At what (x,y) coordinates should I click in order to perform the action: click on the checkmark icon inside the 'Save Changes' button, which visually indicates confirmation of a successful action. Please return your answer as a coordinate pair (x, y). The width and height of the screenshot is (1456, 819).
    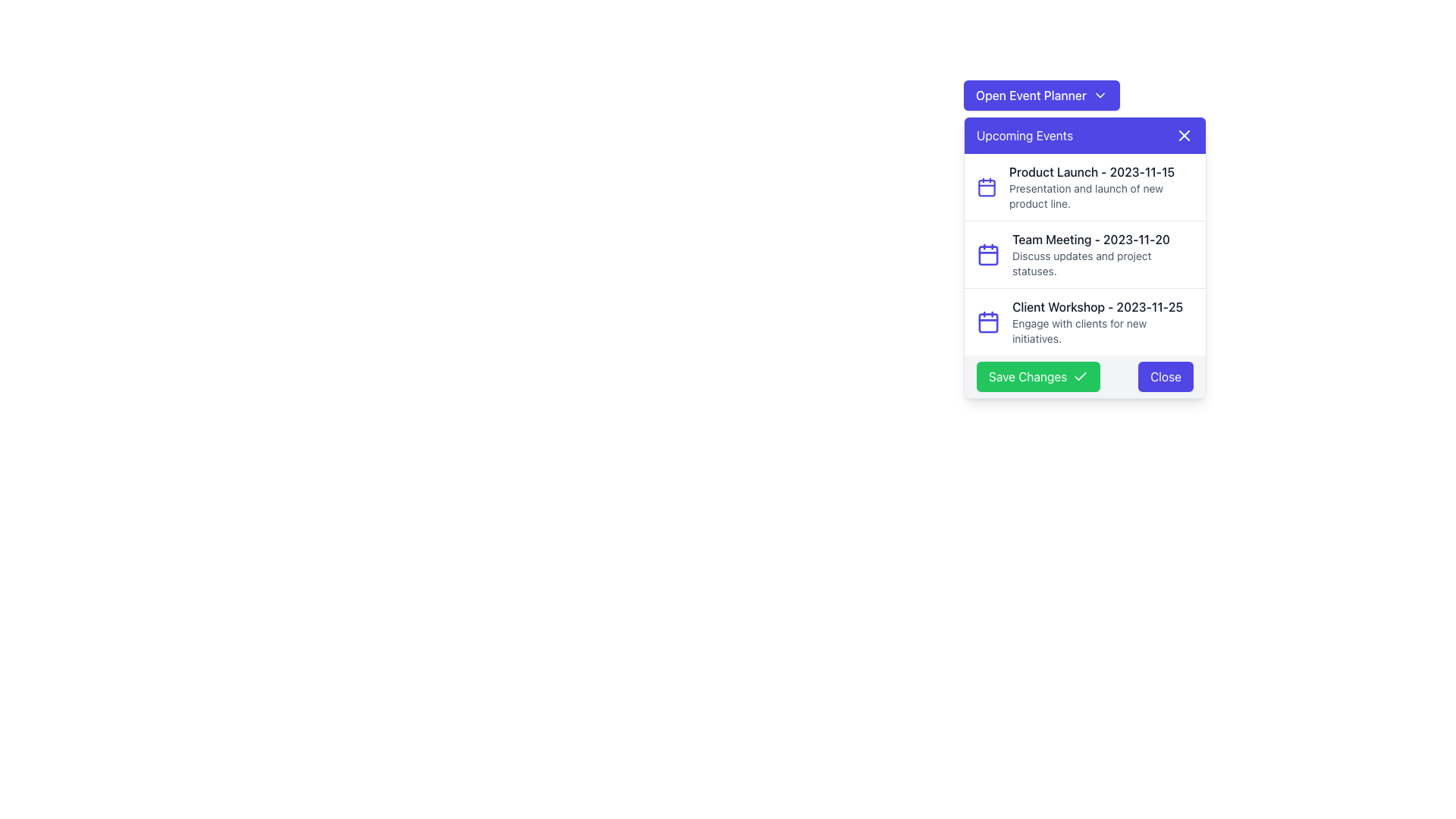
    Looking at the image, I should click on (1080, 376).